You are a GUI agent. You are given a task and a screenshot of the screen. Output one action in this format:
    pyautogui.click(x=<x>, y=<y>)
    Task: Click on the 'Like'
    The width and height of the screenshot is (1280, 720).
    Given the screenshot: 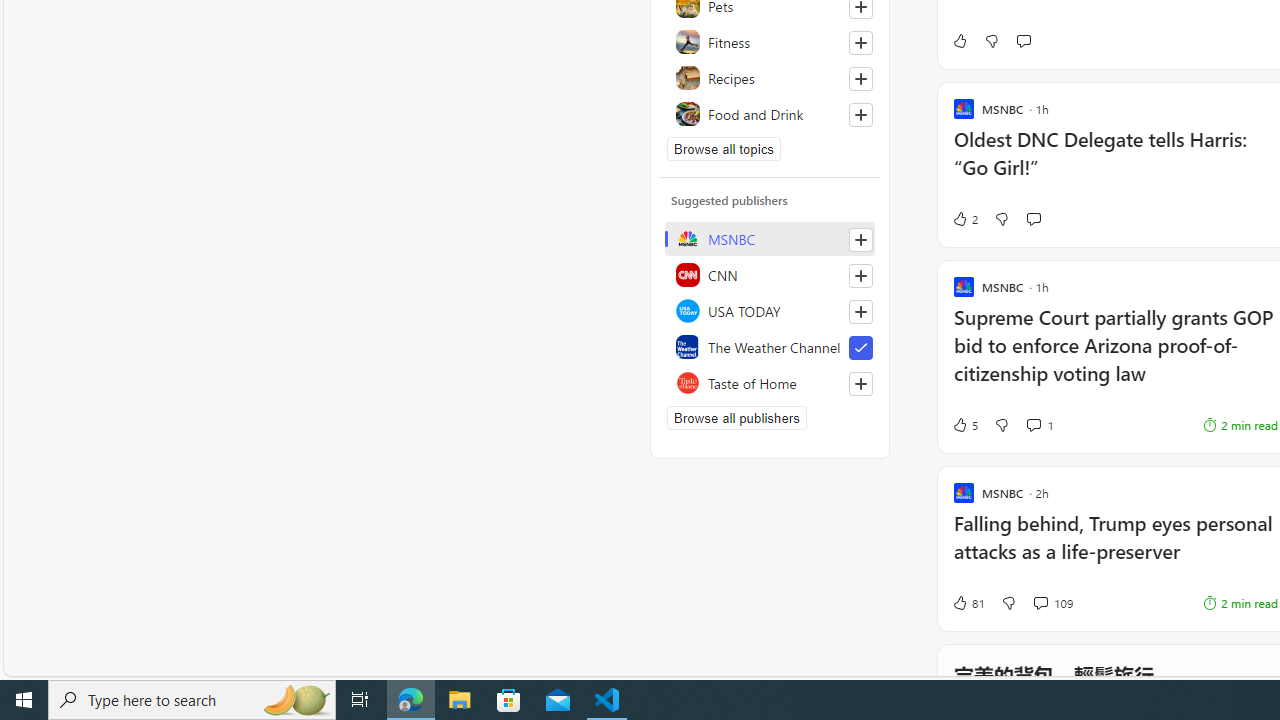 What is the action you would take?
    pyautogui.click(x=958, y=41)
    